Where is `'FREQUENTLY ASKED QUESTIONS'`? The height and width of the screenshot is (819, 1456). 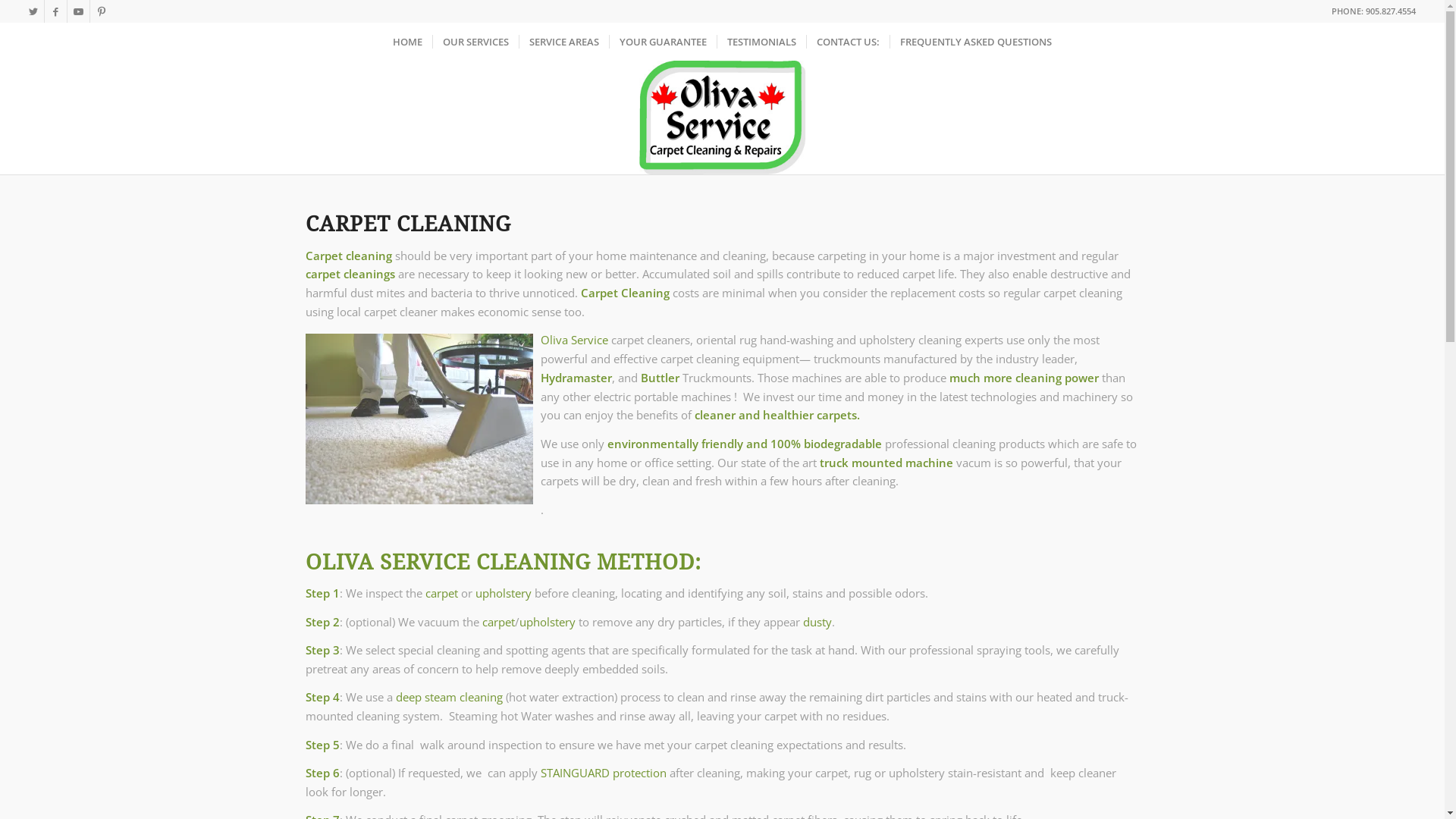 'FREQUENTLY ASKED QUESTIONS' is located at coordinates (975, 40).